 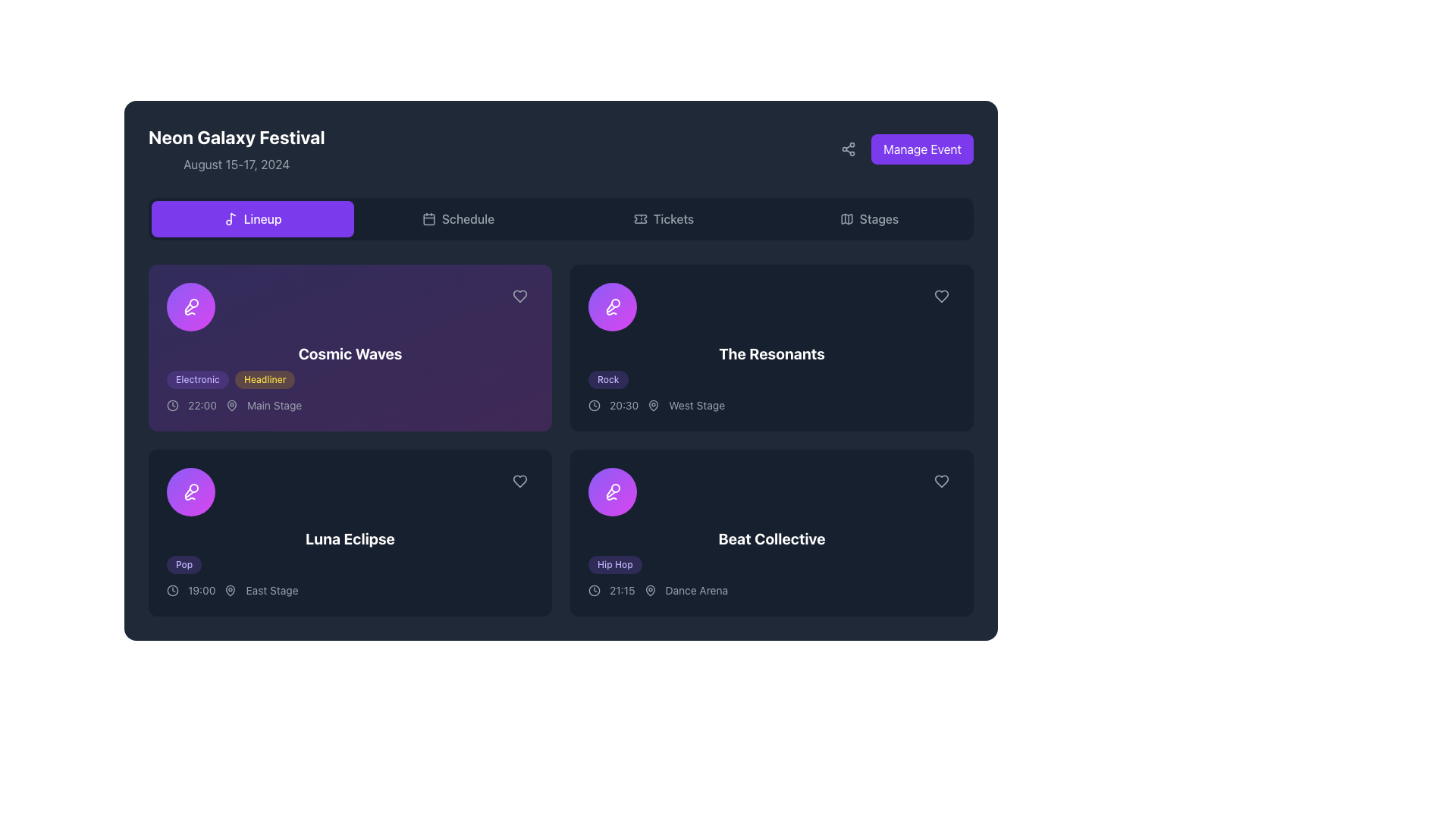 I want to click on the clock icon located to the left of the time '21:15' in the '21:15 Dance Arena' text block within the 'Beat Collective' schedule information, so click(x=593, y=590).